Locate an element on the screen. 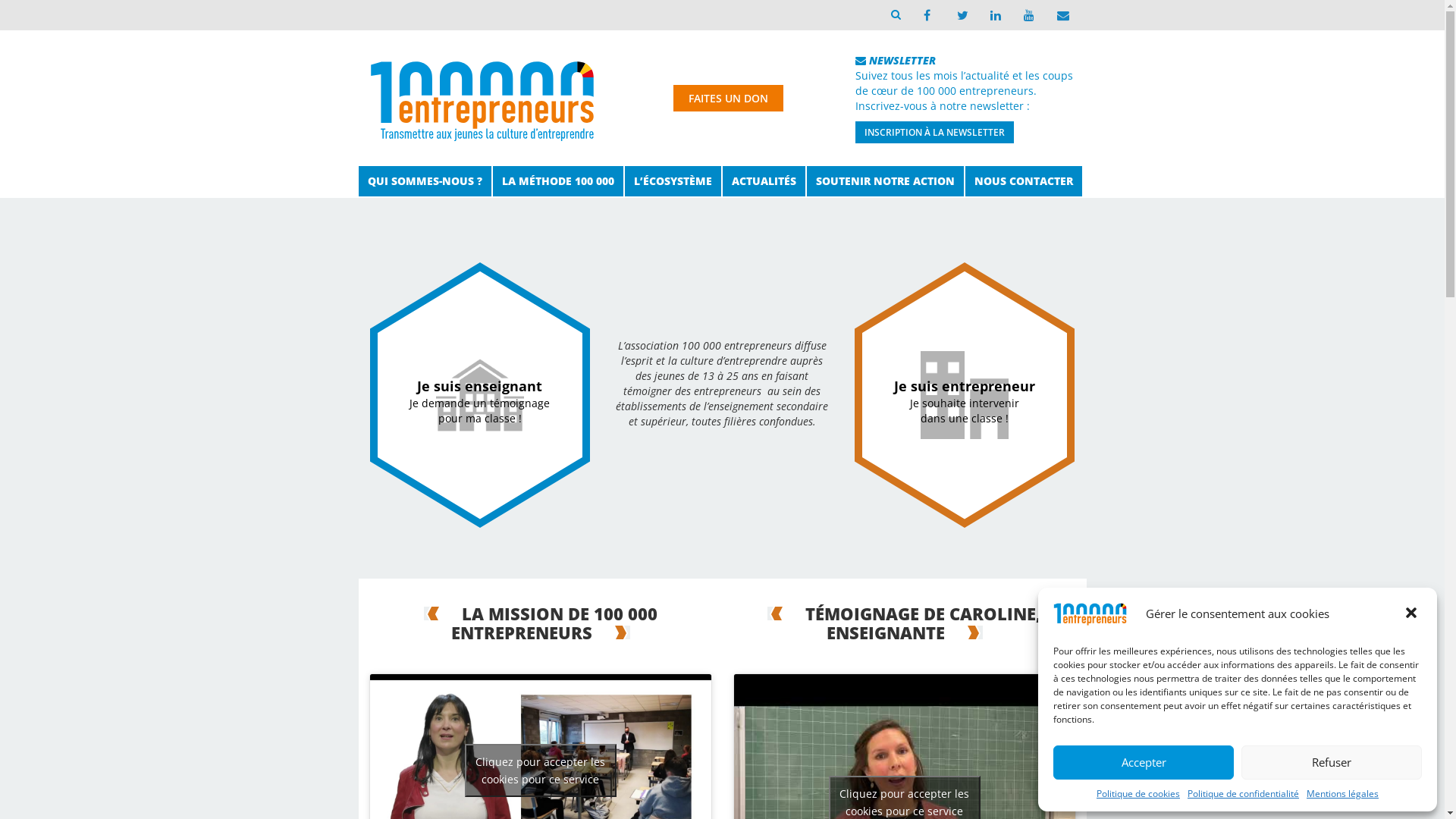  'Politique de cookies' is located at coordinates (1138, 792).